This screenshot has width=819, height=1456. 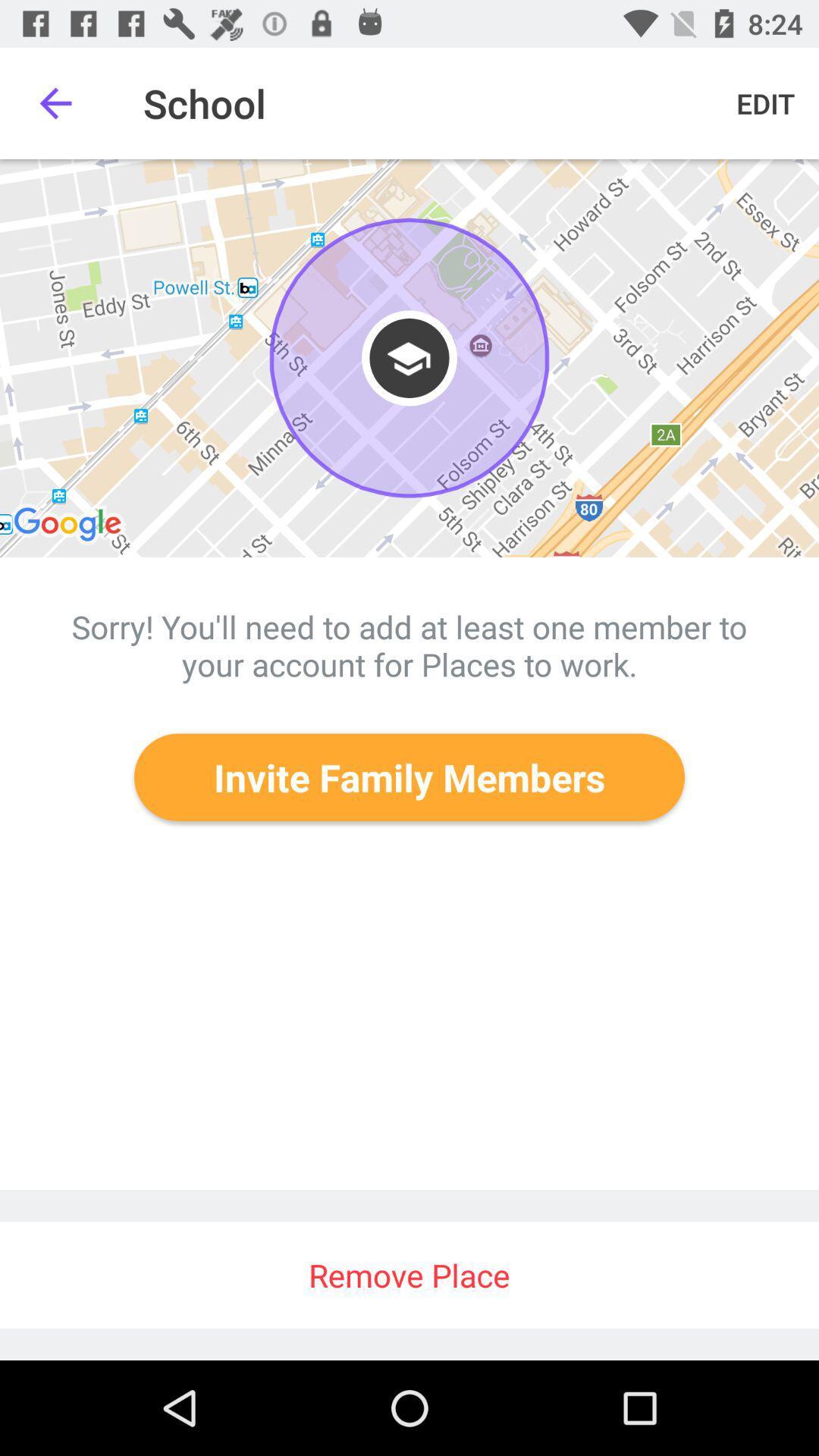 I want to click on the icon at the top right corner, so click(x=765, y=102).